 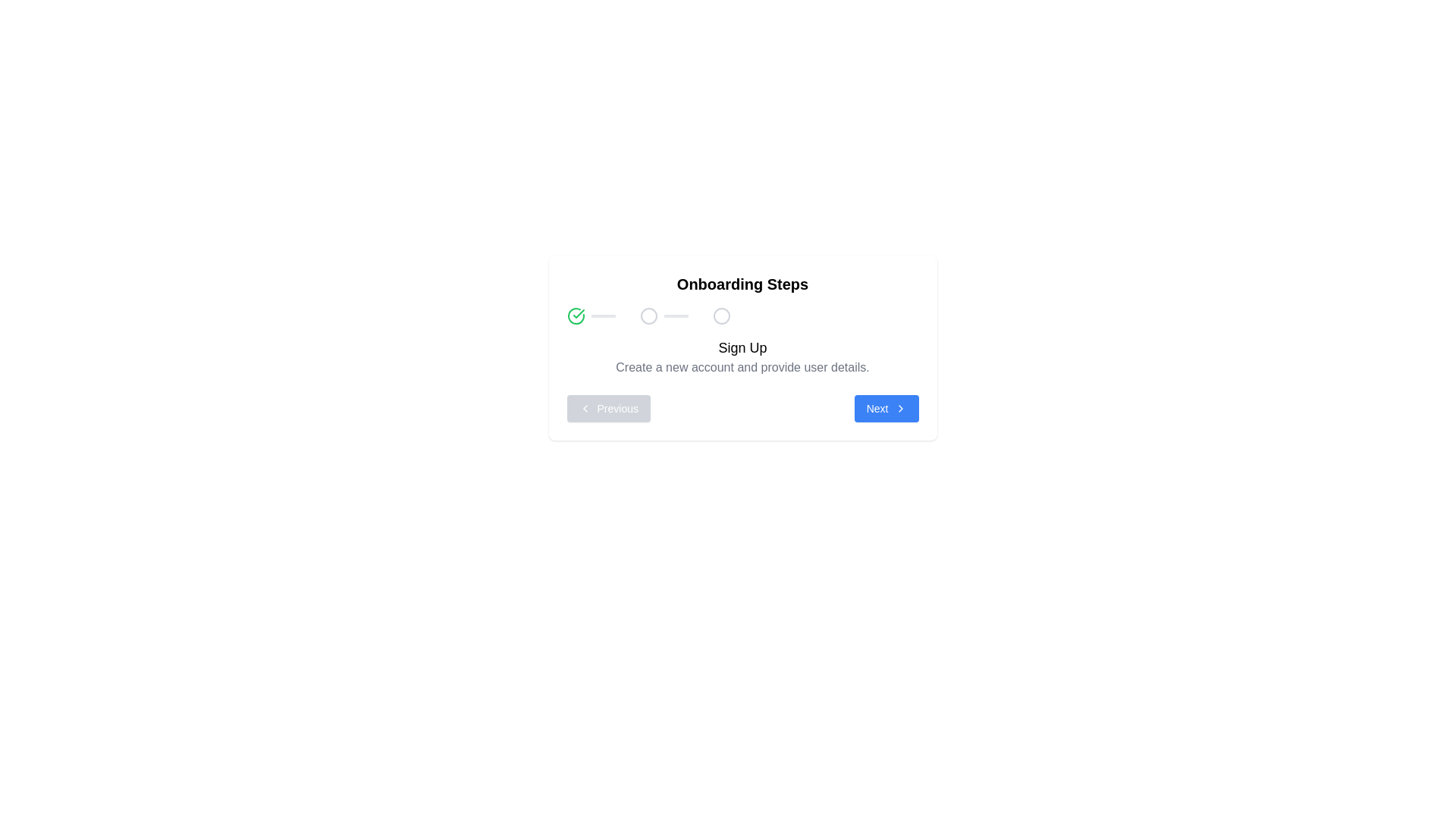 I want to click on text label that is part of the 'Next' button located at the bottom-center of the UI panel, adjacent to the chevron icon, so click(x=877, y=408).